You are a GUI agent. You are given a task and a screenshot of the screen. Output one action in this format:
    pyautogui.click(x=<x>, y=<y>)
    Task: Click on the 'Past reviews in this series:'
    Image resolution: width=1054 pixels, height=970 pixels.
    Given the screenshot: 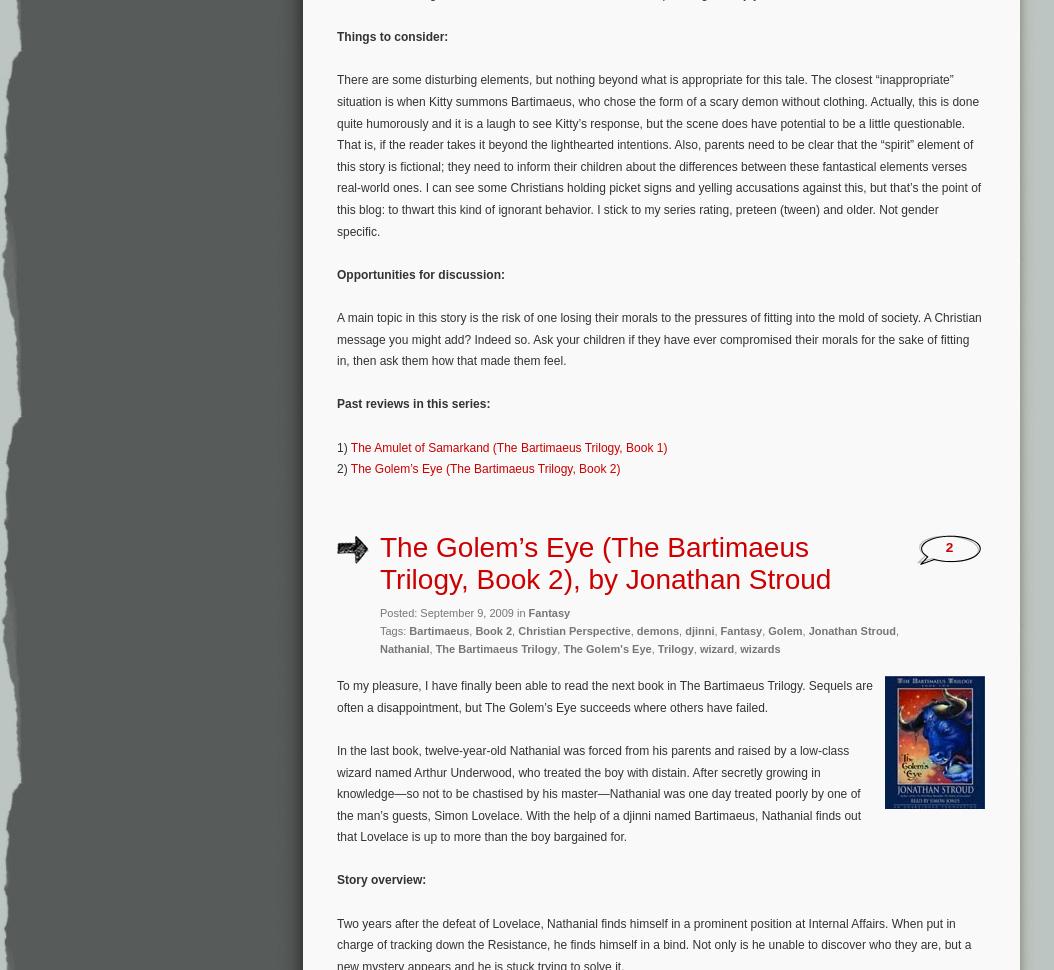 What is the action you would take?
    pyautogui.click(x=412, y=404)
    